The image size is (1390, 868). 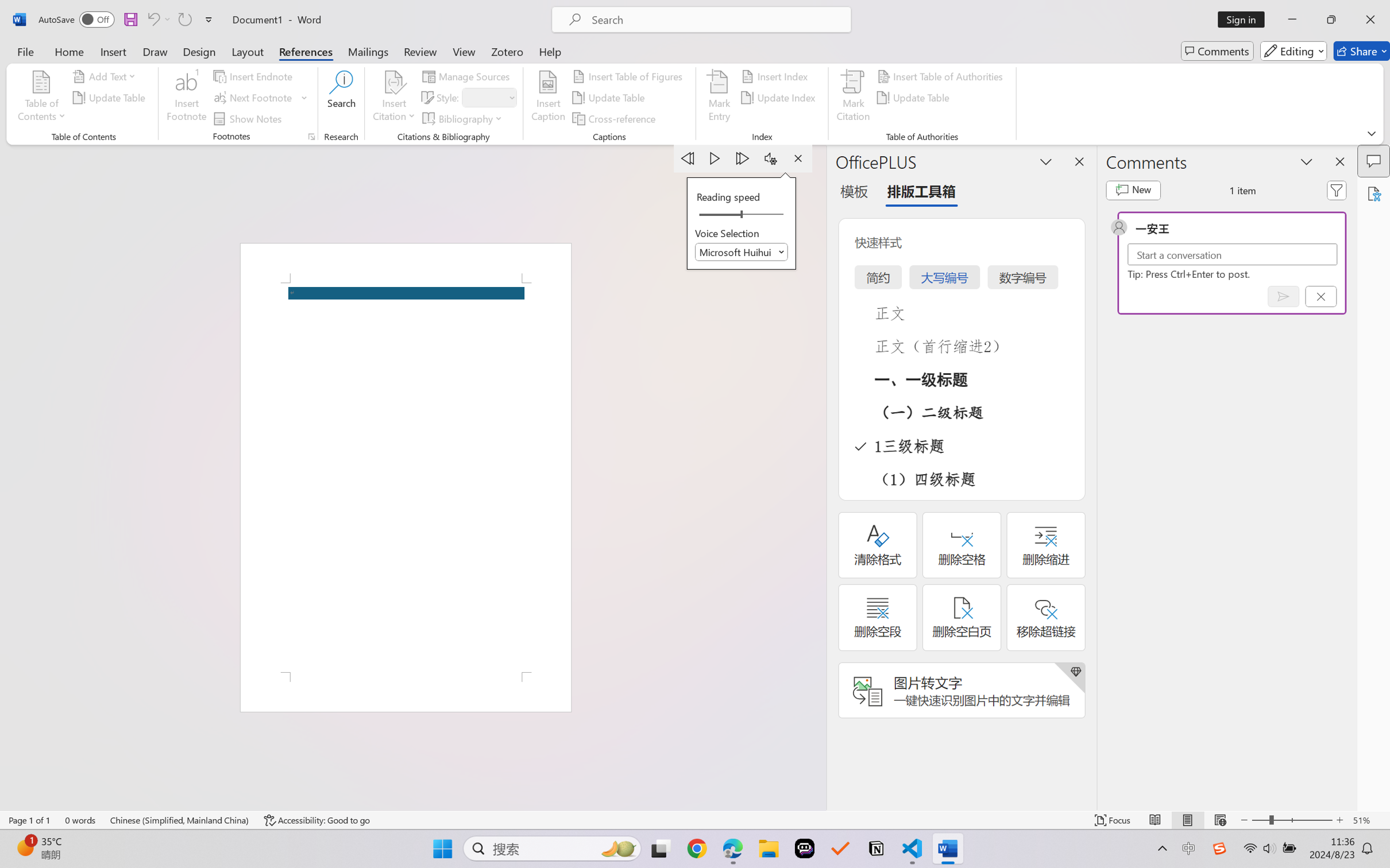 What do you see at coordinates (105, 75) in the screenshot?
I see `'Add Text'` at bounding box center [105, 75].